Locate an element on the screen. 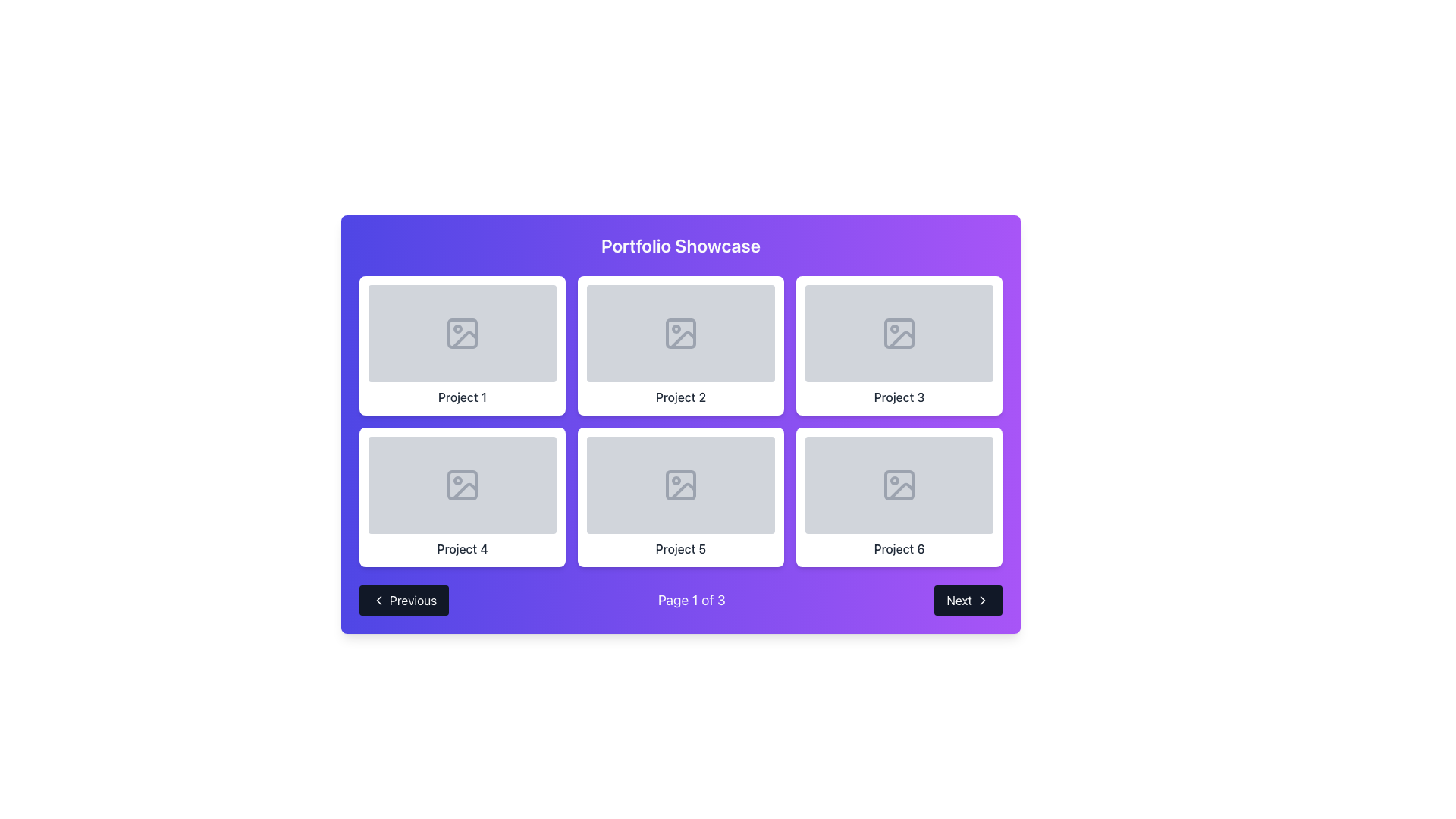 The width and height of the screenshot is (1456, 819). the icon that serves as a placeholder or preview for an image associated with 'Project 2' in the Portfolio Showcase grid layout is located at coordinates (679, 332).